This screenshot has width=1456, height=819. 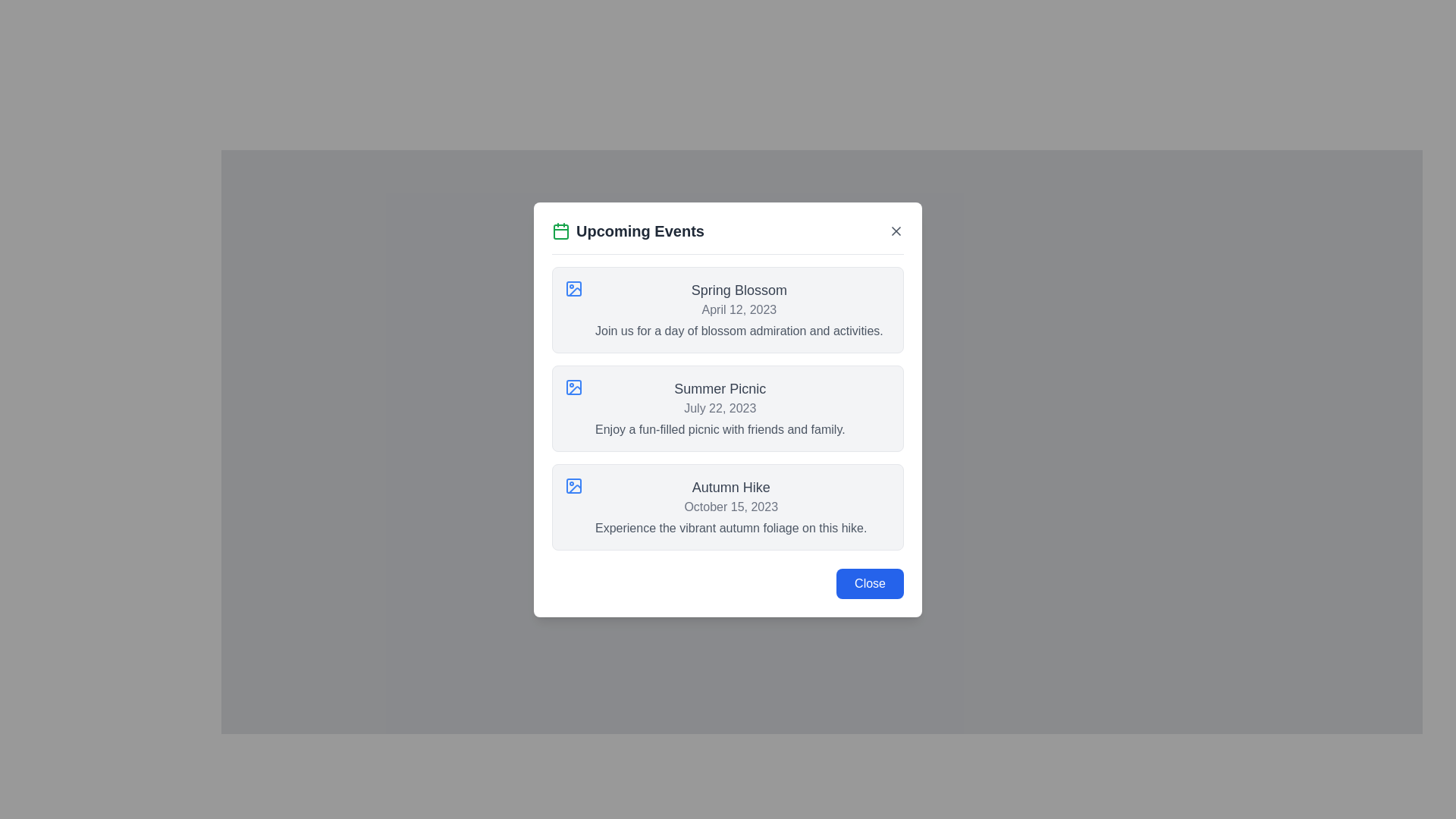 I want to click on the decorative SVG shape with rounded corners located at the center of the icon next to the 'Autumn Hike' event description in the third row of the 'Upcoming Events' modal, so click(x=573, y=485).